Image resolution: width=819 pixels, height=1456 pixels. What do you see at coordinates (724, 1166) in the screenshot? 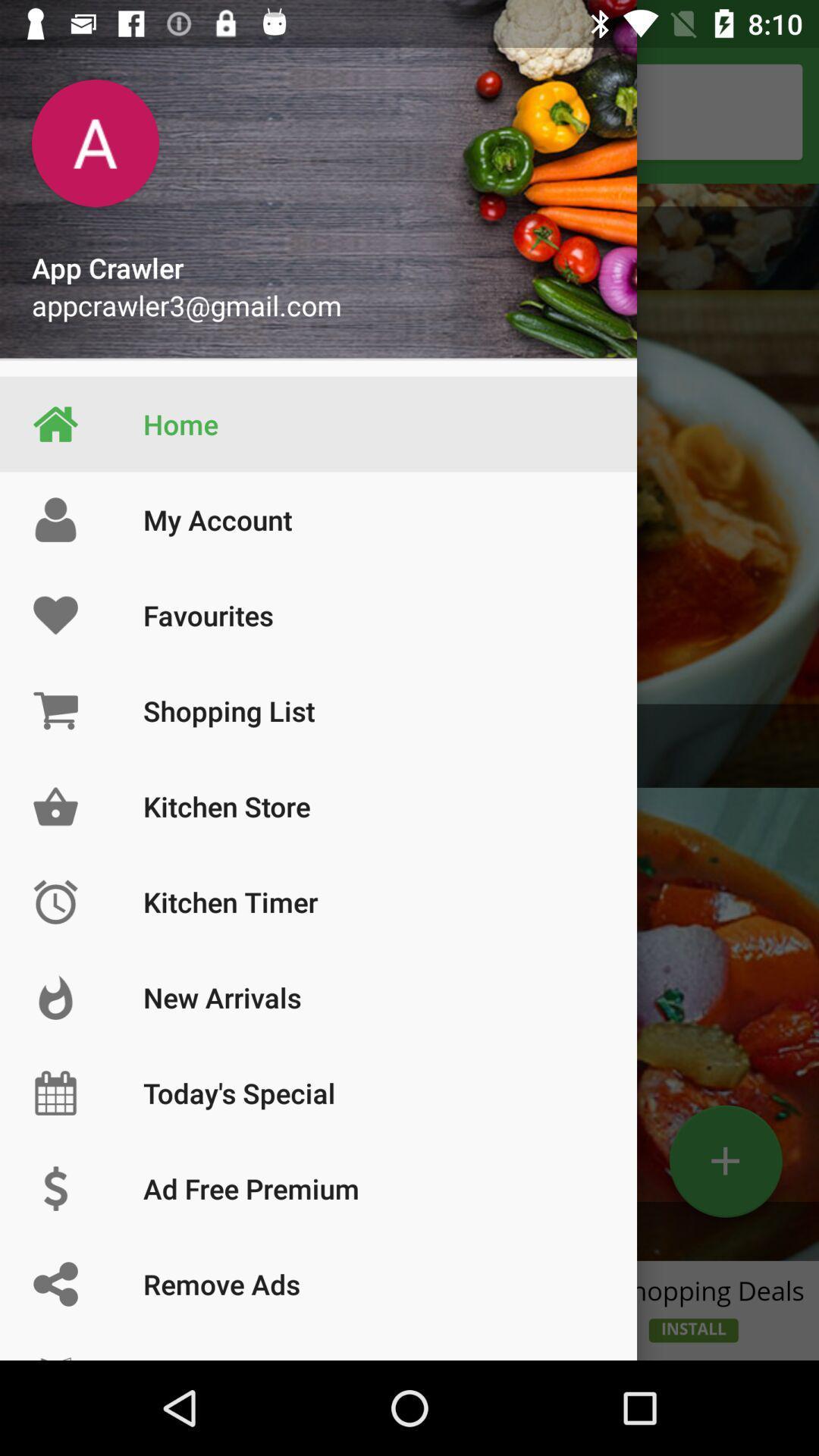
I see `the add icon` at bounding box center [724, 1166].